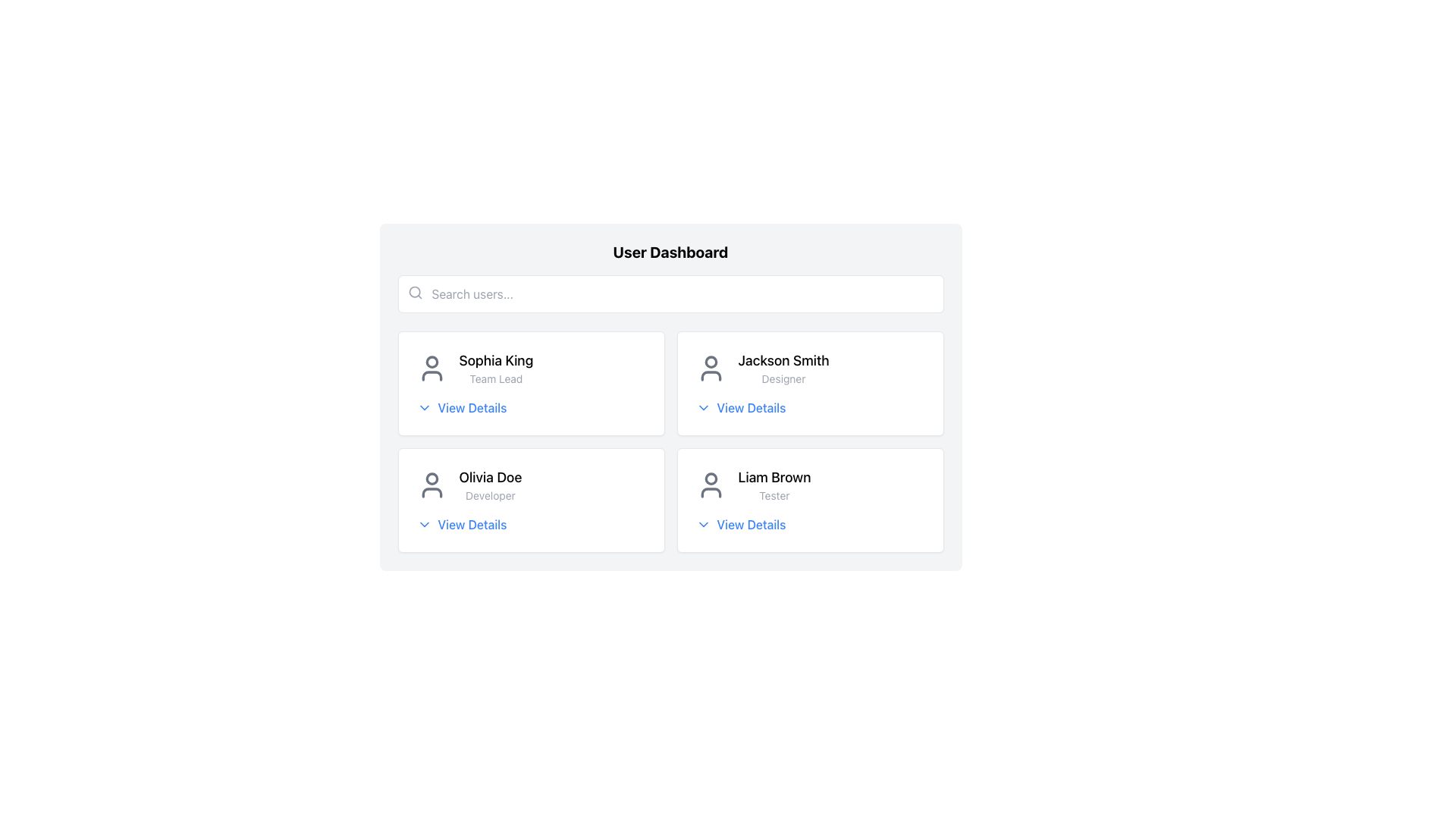 The width and height of the screenshot is (1456, 819). I want to click on the static text label reading 'Developer' located below the name 'Olivia Doe' in the user profile section, so click(491, 496).